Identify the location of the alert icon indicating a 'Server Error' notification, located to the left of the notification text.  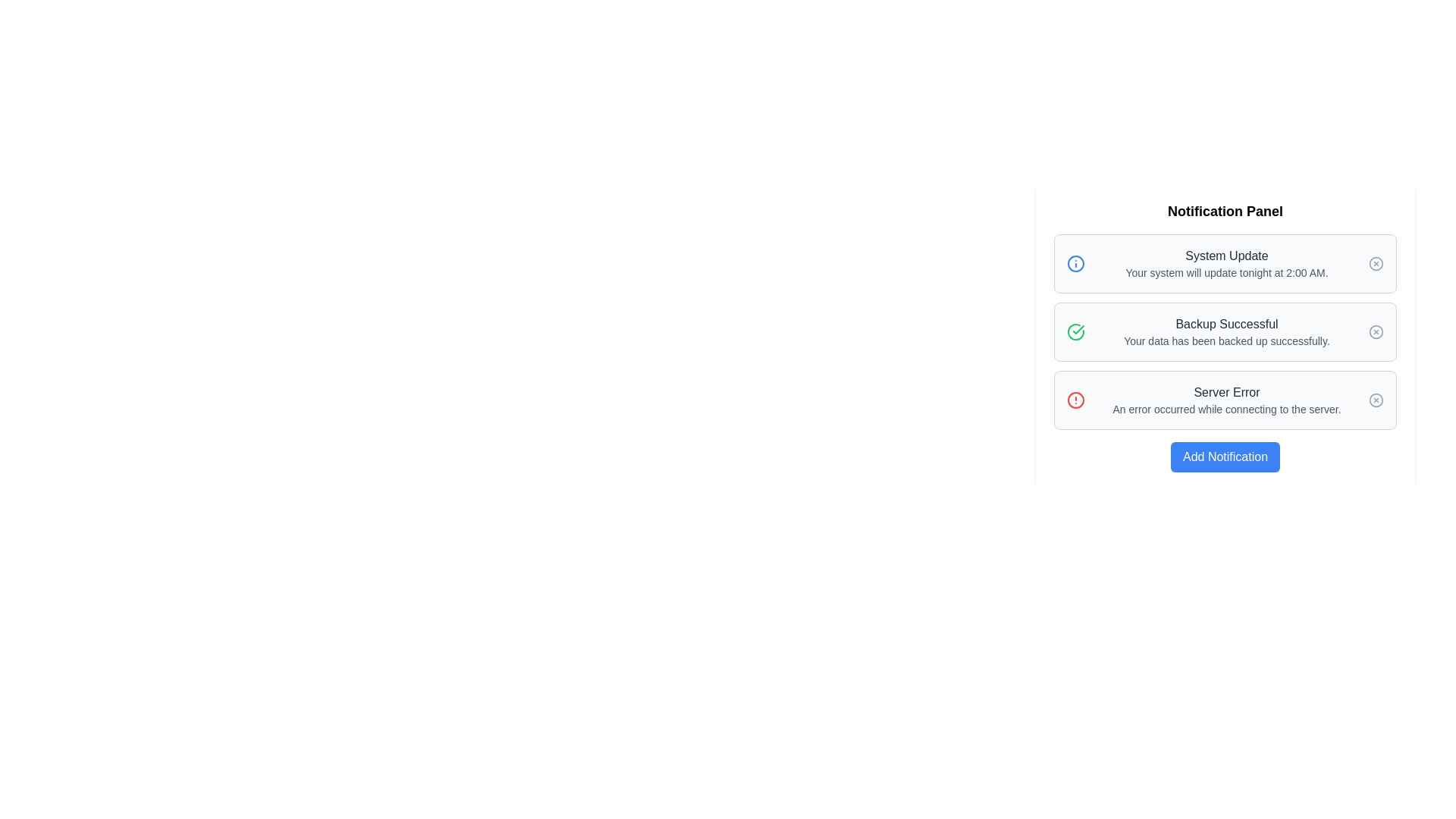
(1075, 400).